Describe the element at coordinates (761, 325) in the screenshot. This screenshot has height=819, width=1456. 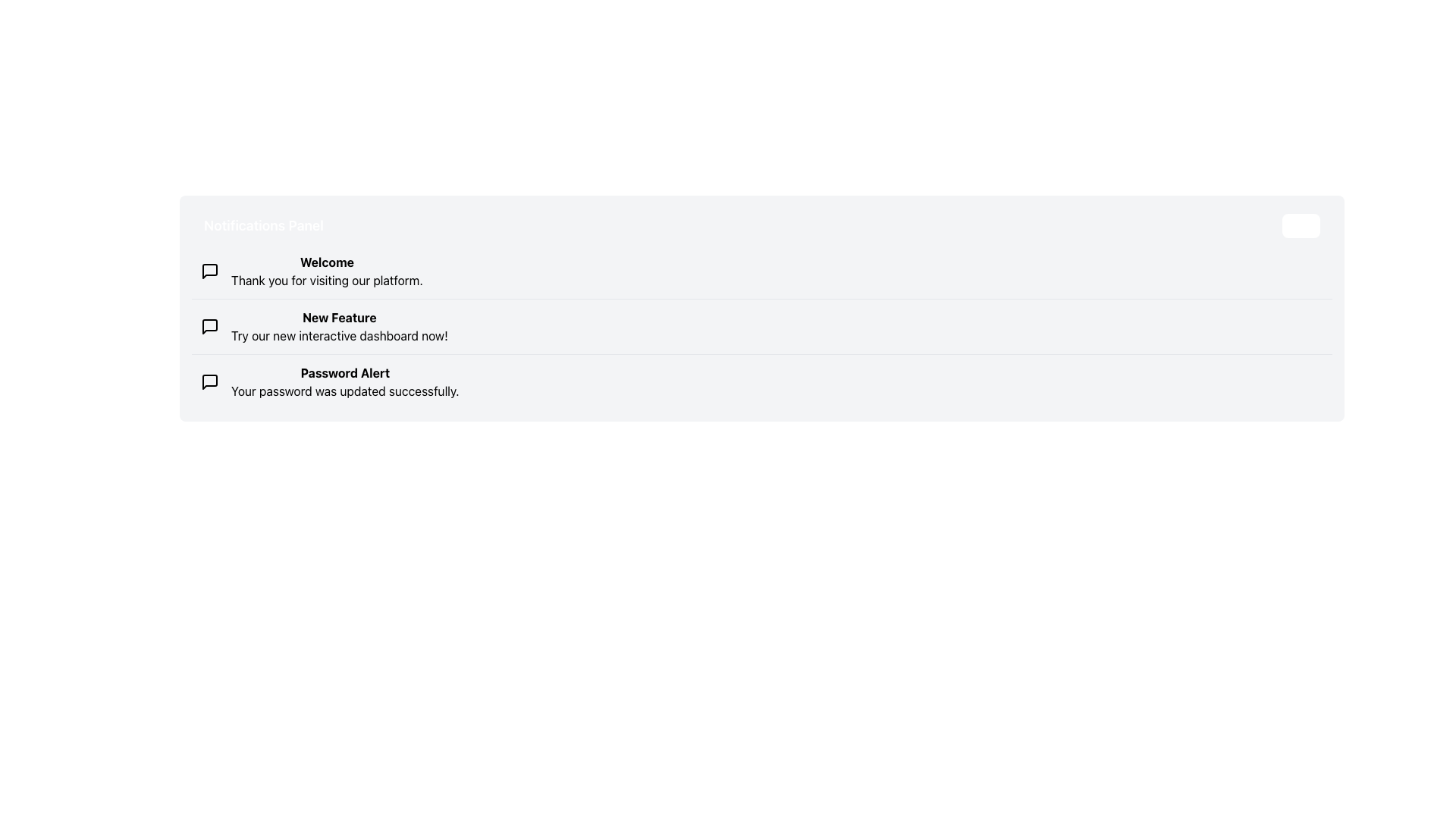
I see `contents of the Notification item titled 'New Feature' that is the second entry in the Notifications Panel, which includes a message about trying the new interactive dashboard` at that location.